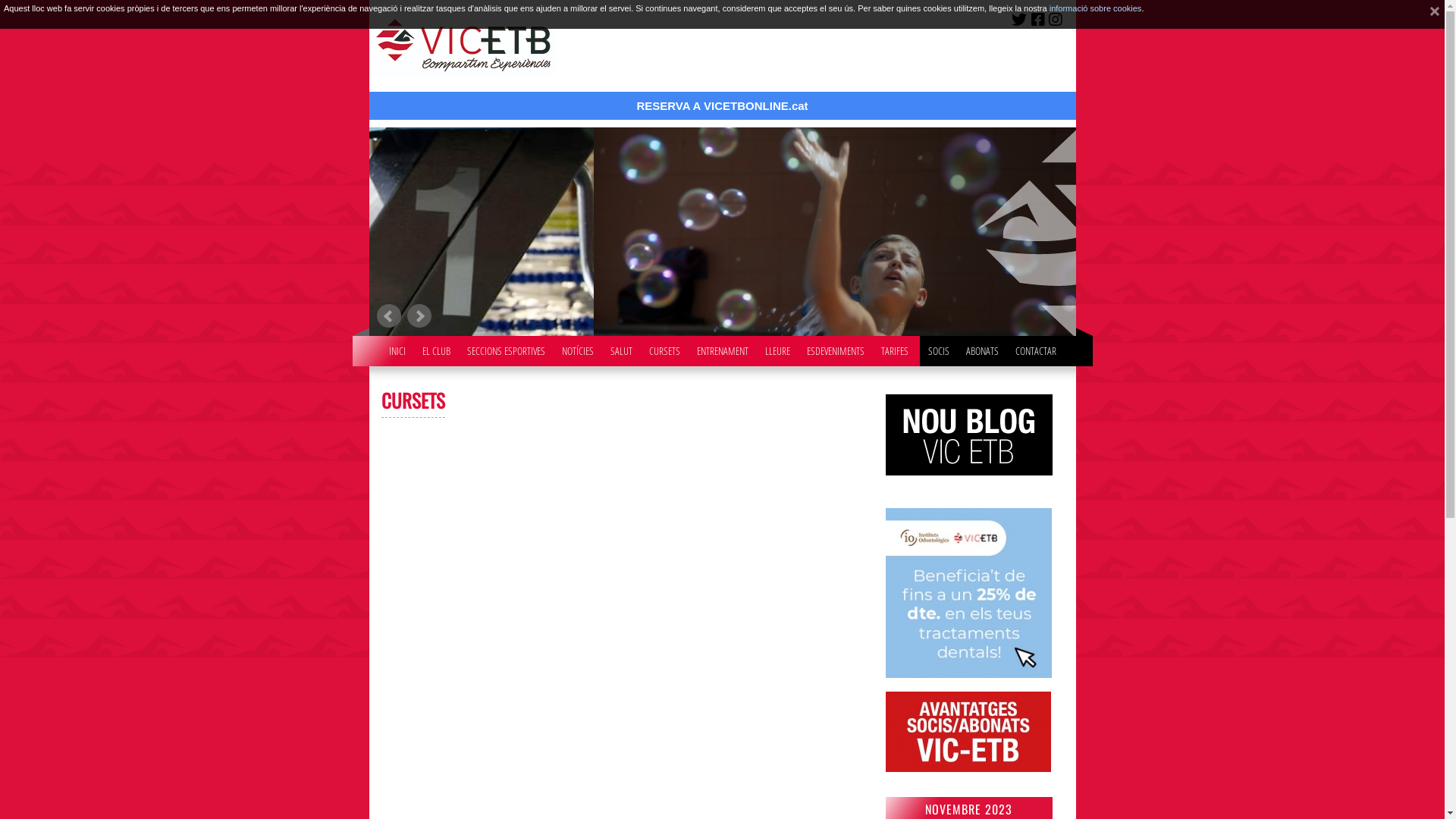 Image resolution: width=1456 pixels, height=819 pixels. I want to click on 'CONTACTAR', so click(1034, 347).